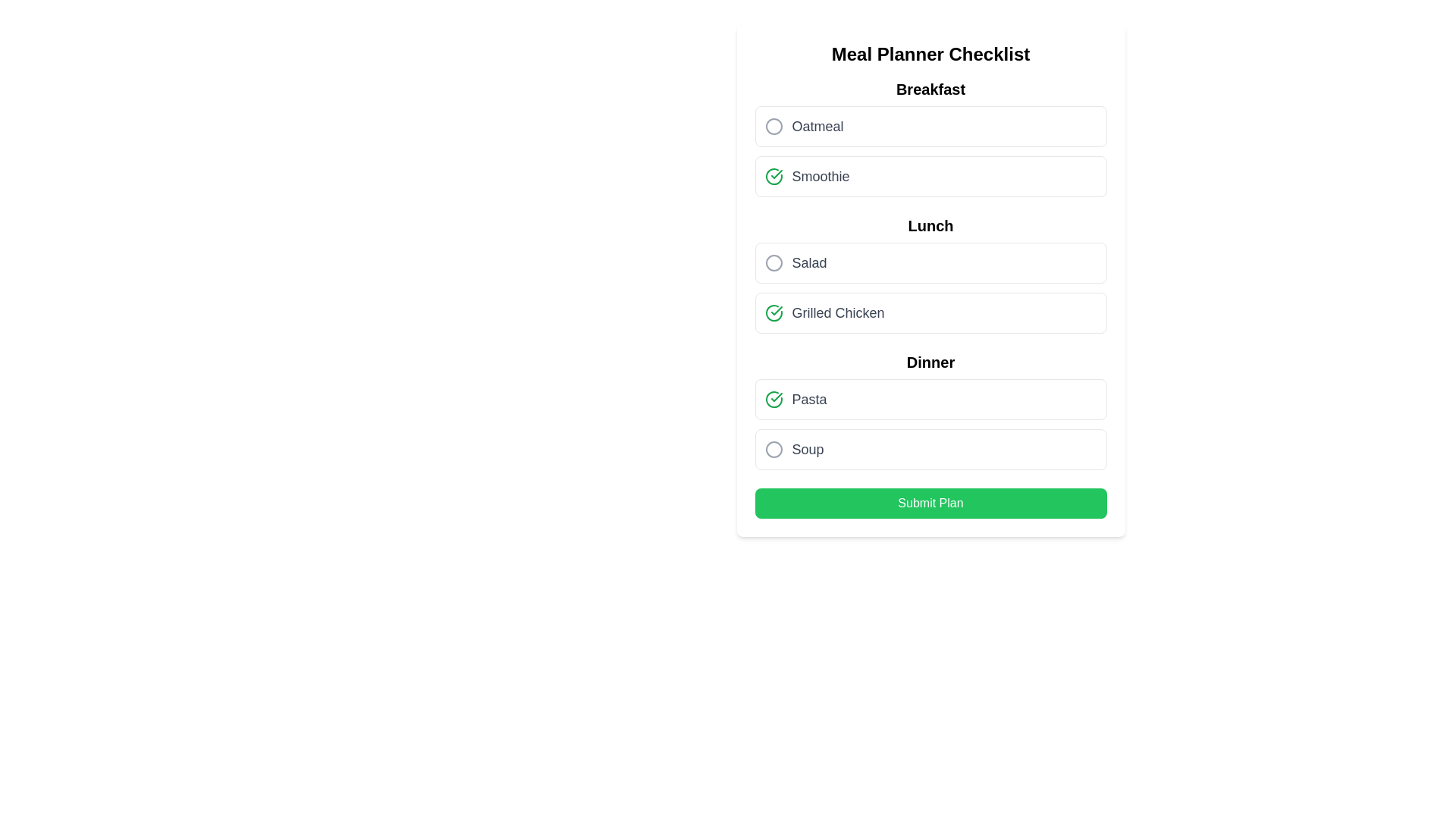 The image size is (1456, 819). What do you see at coordinates (773, 399) in the screenshot?
I see `the circular icon with a green outline and checkmark located next to the text 'Pasta' in the 'Dinner' group of the Meal Planner Checklist interface` at bounding box center [773, 399].